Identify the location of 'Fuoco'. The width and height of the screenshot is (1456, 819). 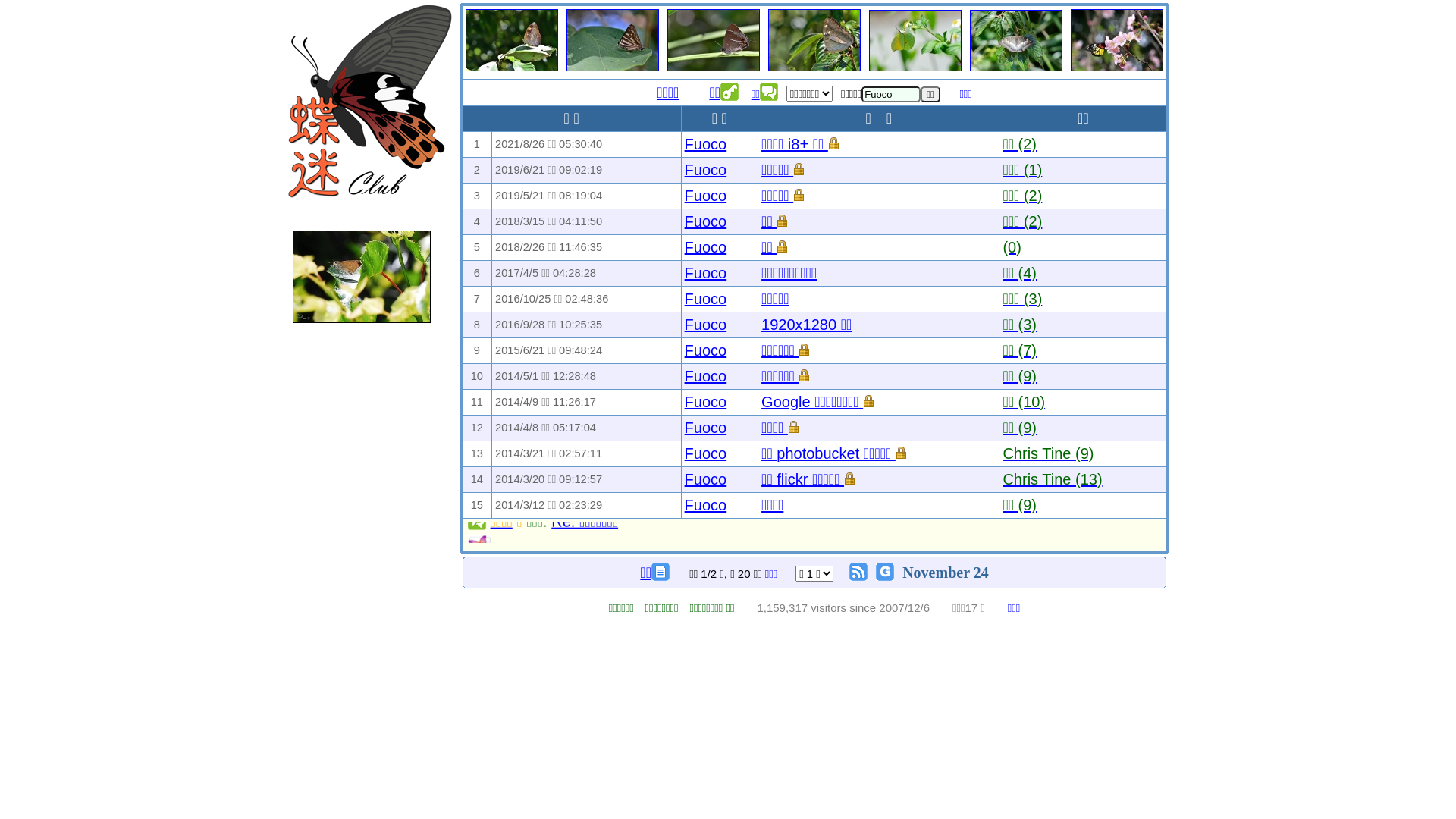
(683, 246).